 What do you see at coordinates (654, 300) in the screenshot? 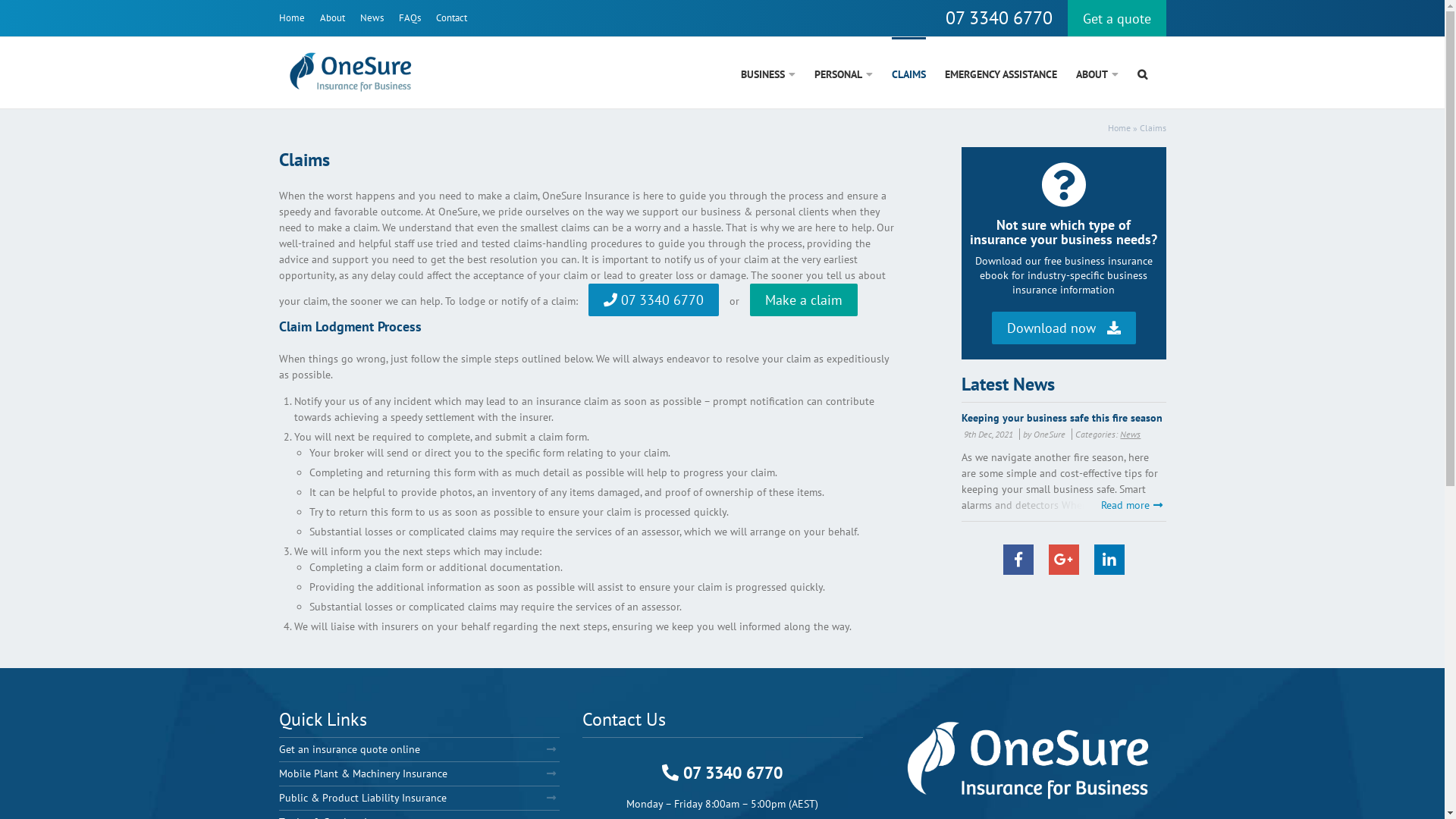
I see `'07 3340 6770'` at bounding box center [654, 300].